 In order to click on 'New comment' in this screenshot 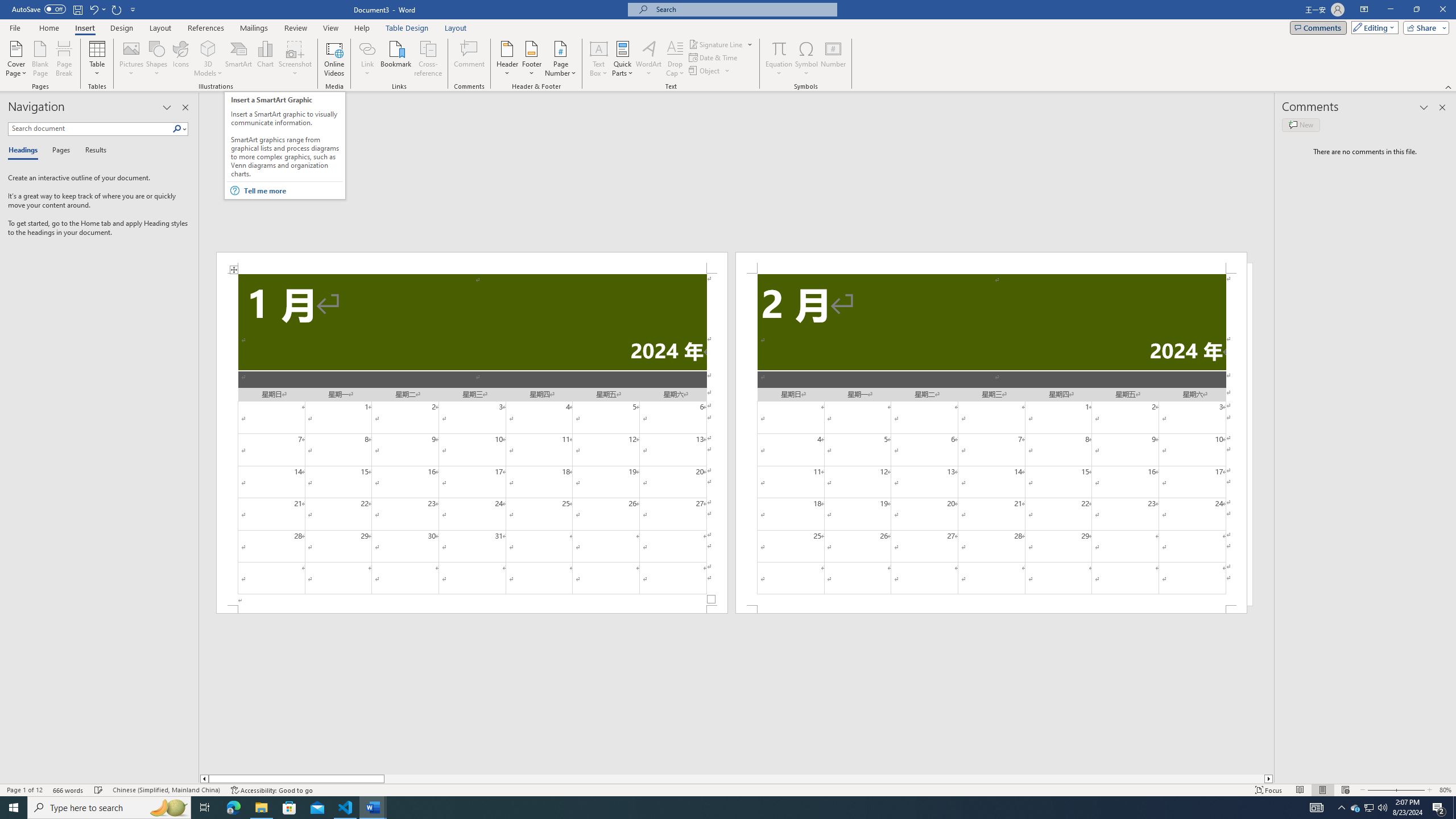, I will do `click(1300, 124)`.